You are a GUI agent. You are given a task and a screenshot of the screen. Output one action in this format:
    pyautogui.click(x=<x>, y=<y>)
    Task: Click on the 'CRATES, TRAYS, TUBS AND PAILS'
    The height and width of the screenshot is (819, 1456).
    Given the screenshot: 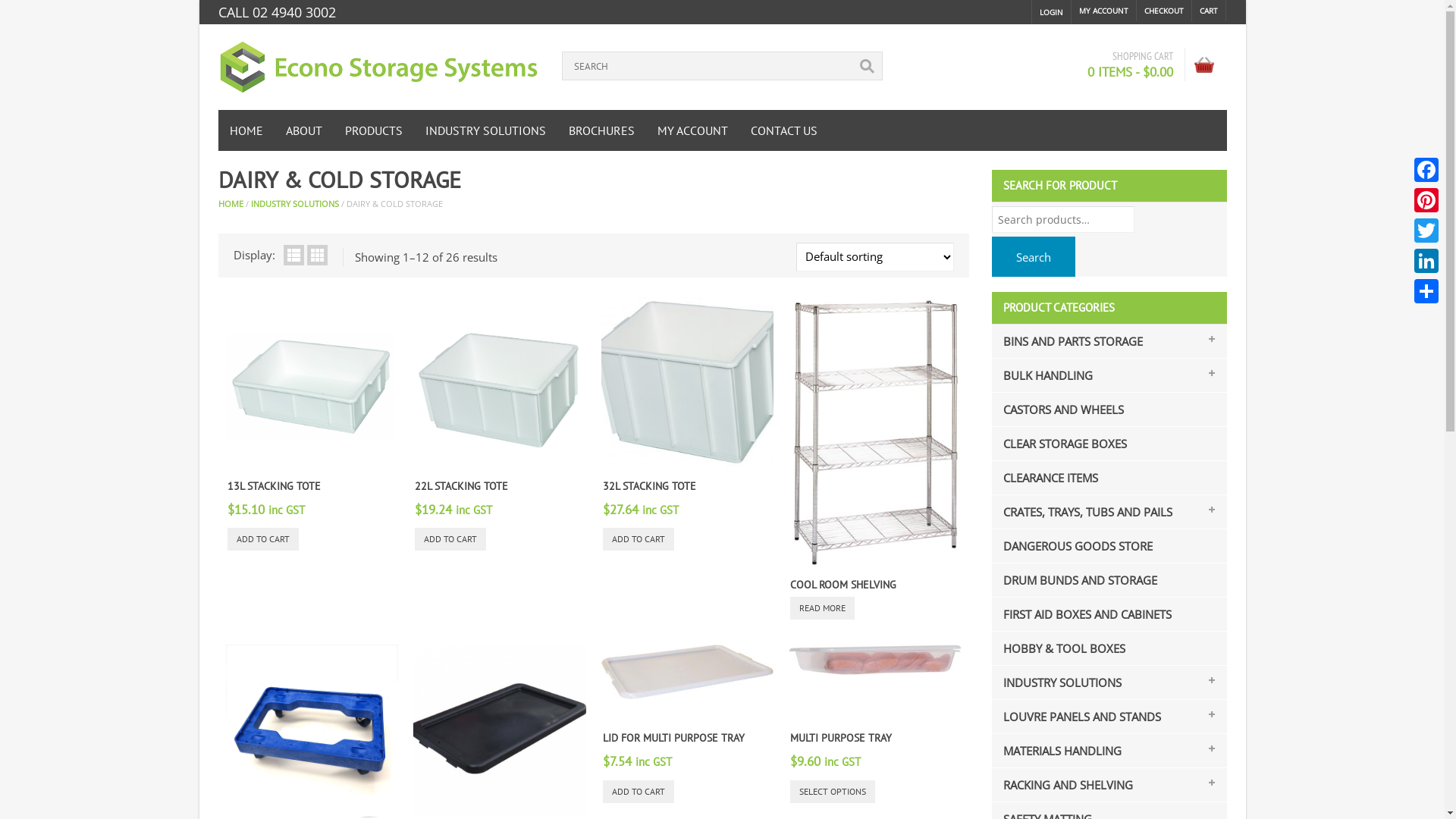 What is the action you would take?
    pyautogui.click(x=1082, y=512)
    